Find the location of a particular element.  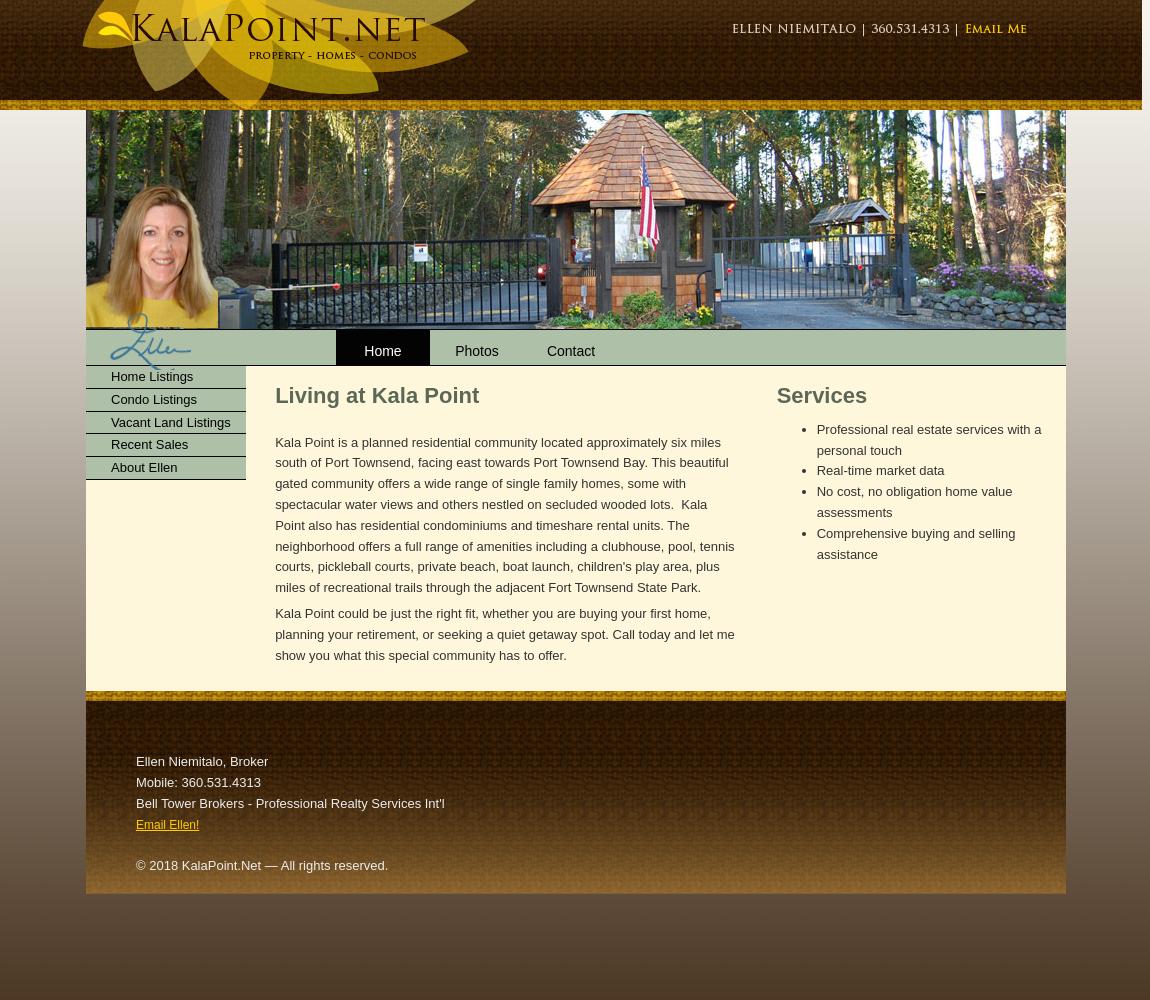

'Professional real estate services with a personal touch' is located at coordinates (928, 438).